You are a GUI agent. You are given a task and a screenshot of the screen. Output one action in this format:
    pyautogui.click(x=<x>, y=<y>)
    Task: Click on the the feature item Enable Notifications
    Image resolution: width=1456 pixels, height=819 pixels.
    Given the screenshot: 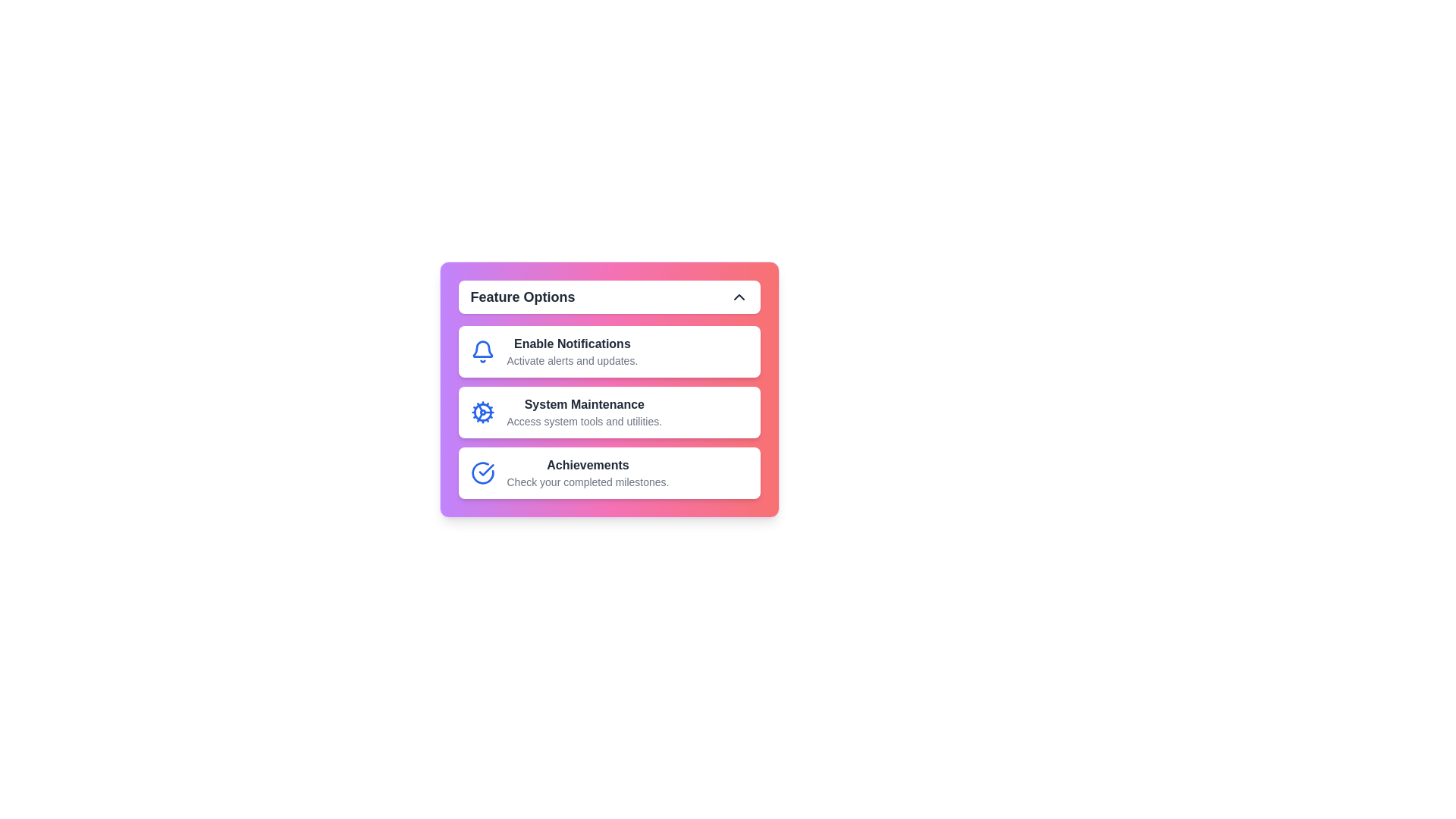 What is the action you would take?
    pyautogui.click(x=609, y=351)
    